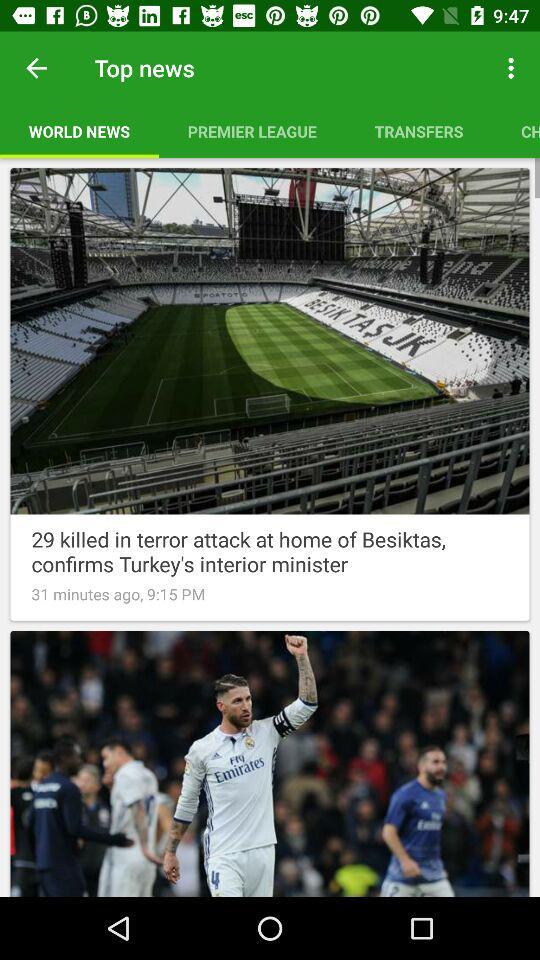  What do you see at coordinates (516, 130) in the screenshot?
I see `item next to the transfers` at bounding box center [516, 130].